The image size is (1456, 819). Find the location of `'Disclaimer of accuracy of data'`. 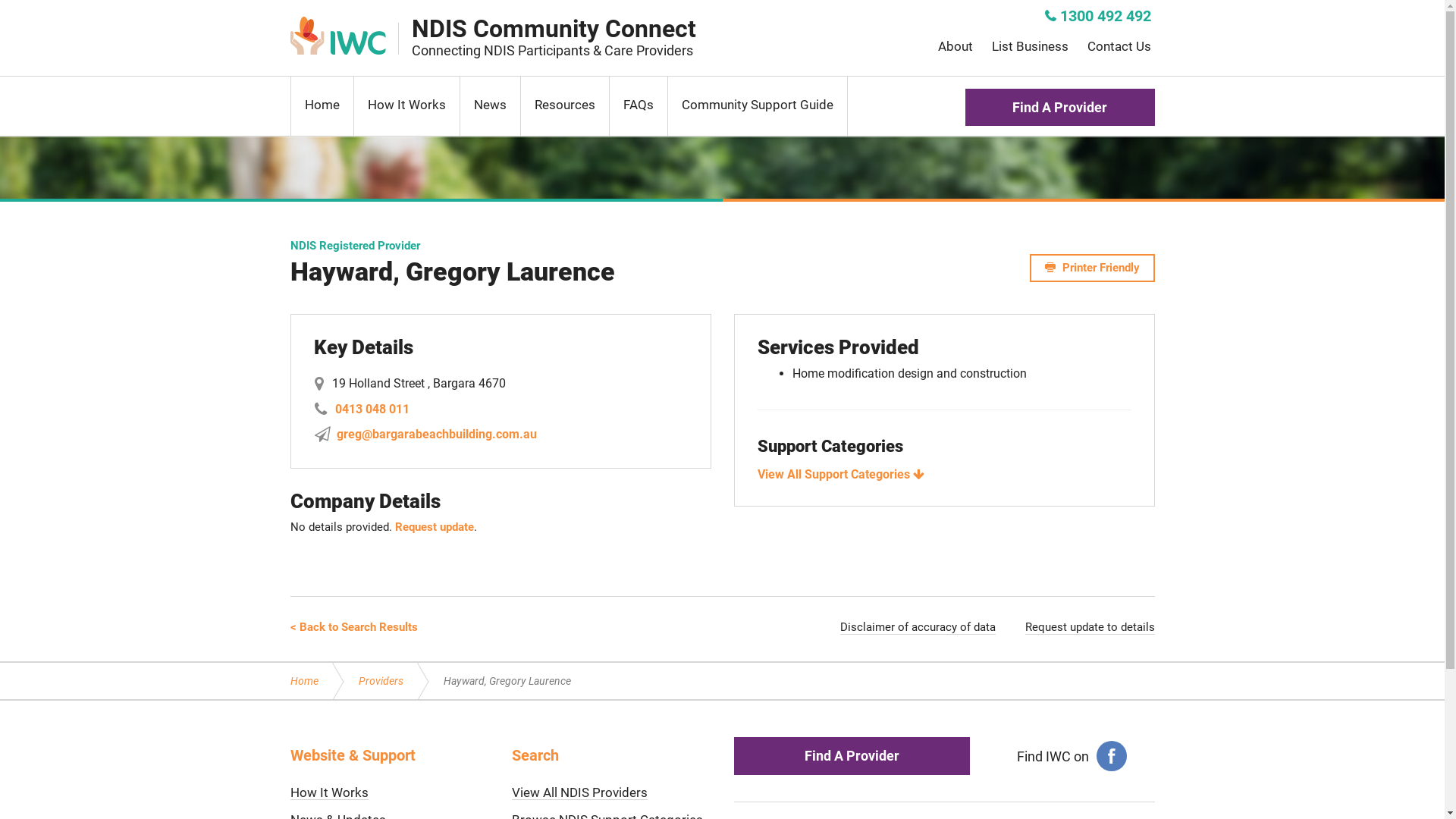

'Disclaimer of accuracy of data' is located at coordinates (917, 627).